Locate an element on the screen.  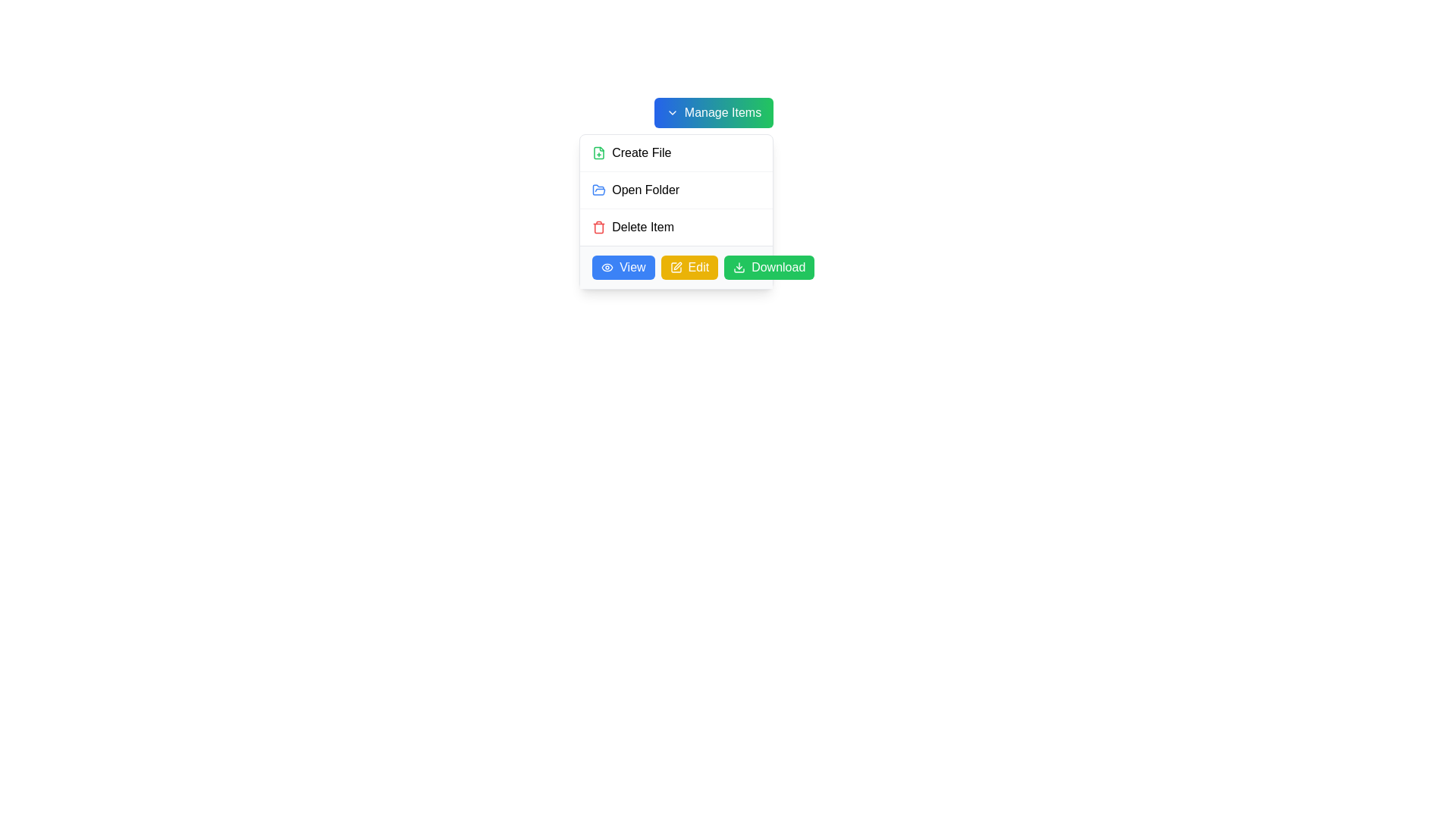
the delete icon located within the 'Delete Item' option in the dropdown menu is located at coordinates (598, 227).